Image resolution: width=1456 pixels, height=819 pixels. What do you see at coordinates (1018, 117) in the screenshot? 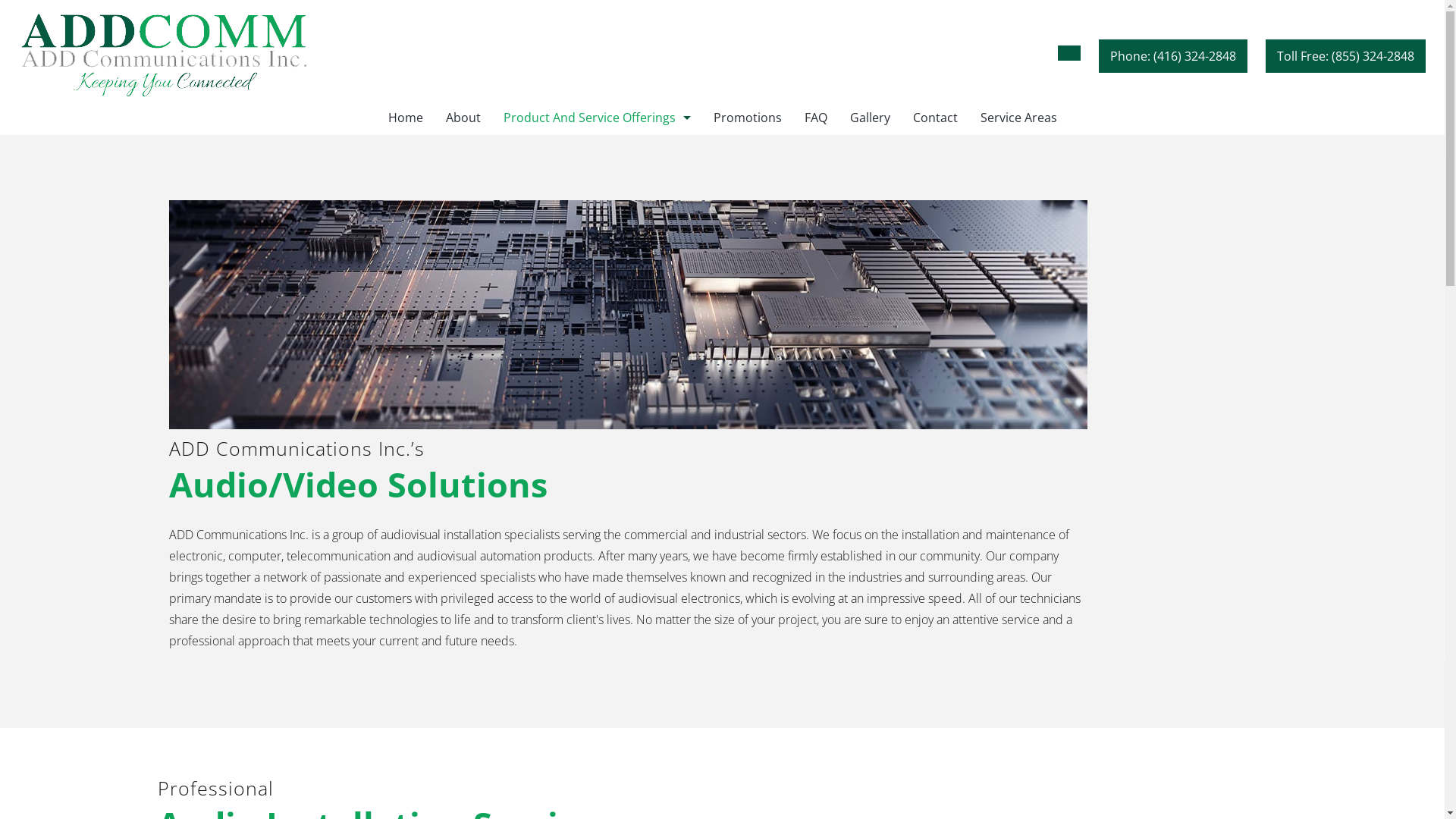
I see `'Service Areas'` at bounding box center [1018, 117].